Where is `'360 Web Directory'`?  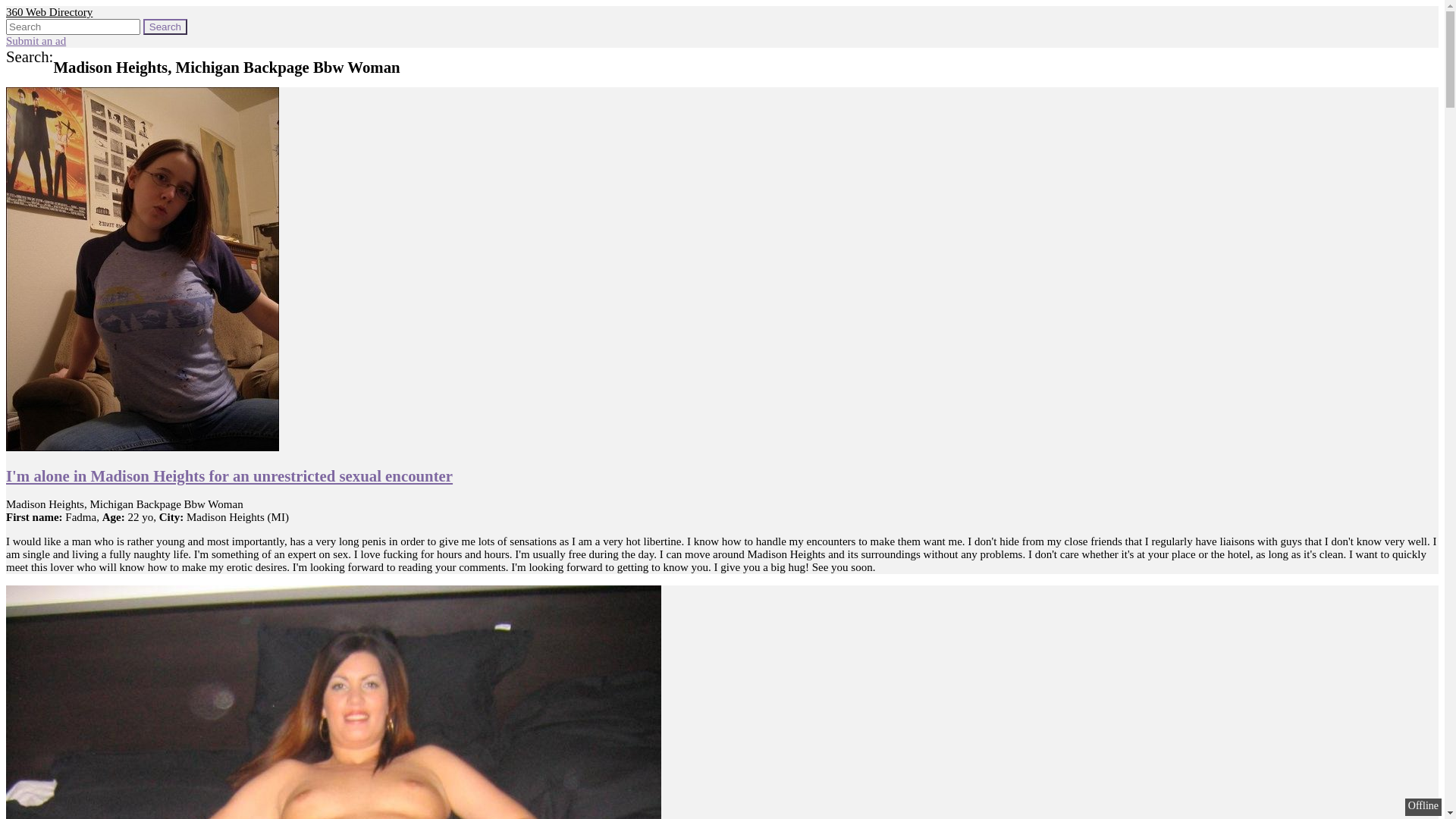
'360 Web Directory' is located at coordinates (49, 11).